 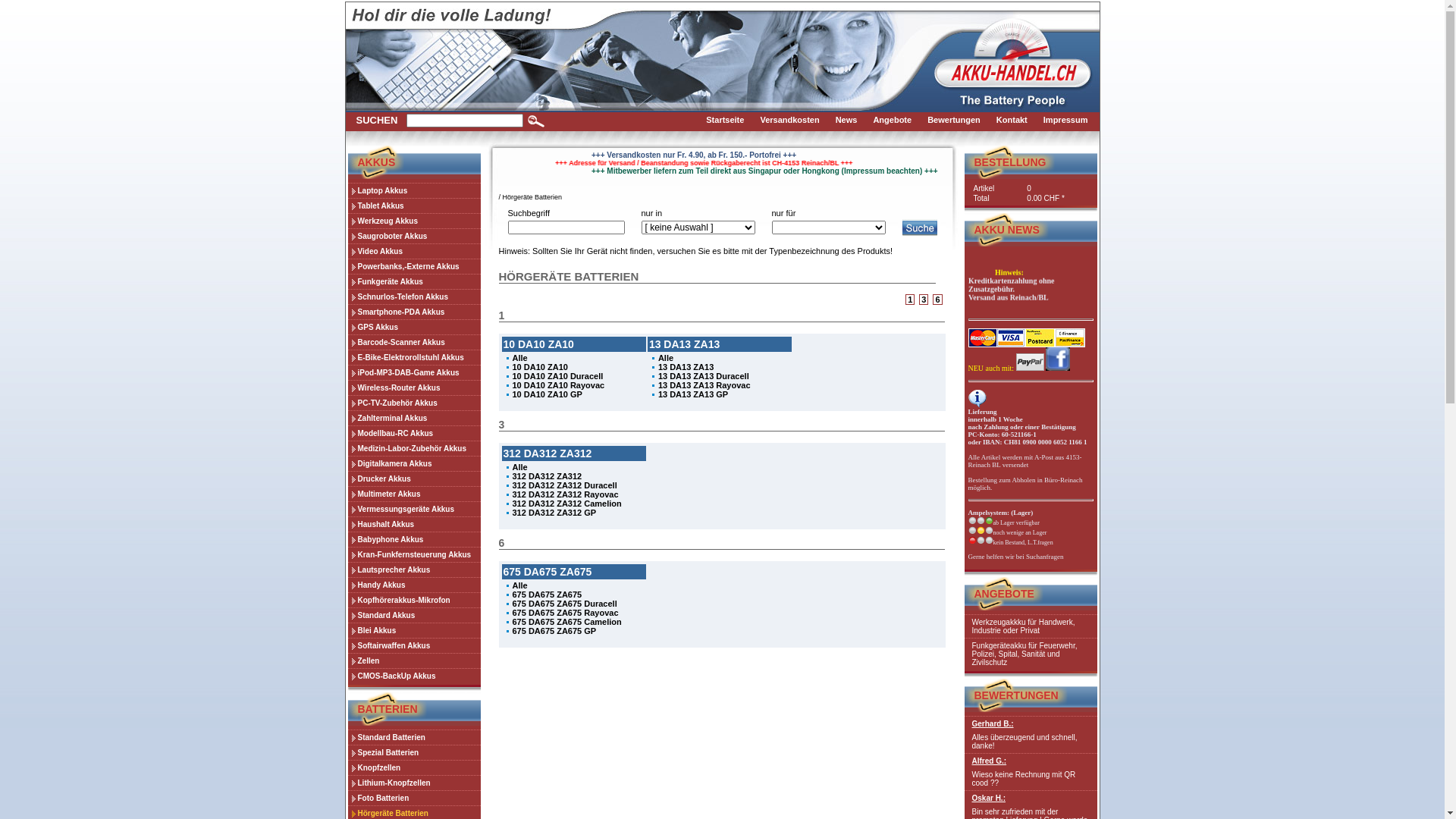 I want to click on '13 DA13 ZA13 GP', so click(x=692, y=394).